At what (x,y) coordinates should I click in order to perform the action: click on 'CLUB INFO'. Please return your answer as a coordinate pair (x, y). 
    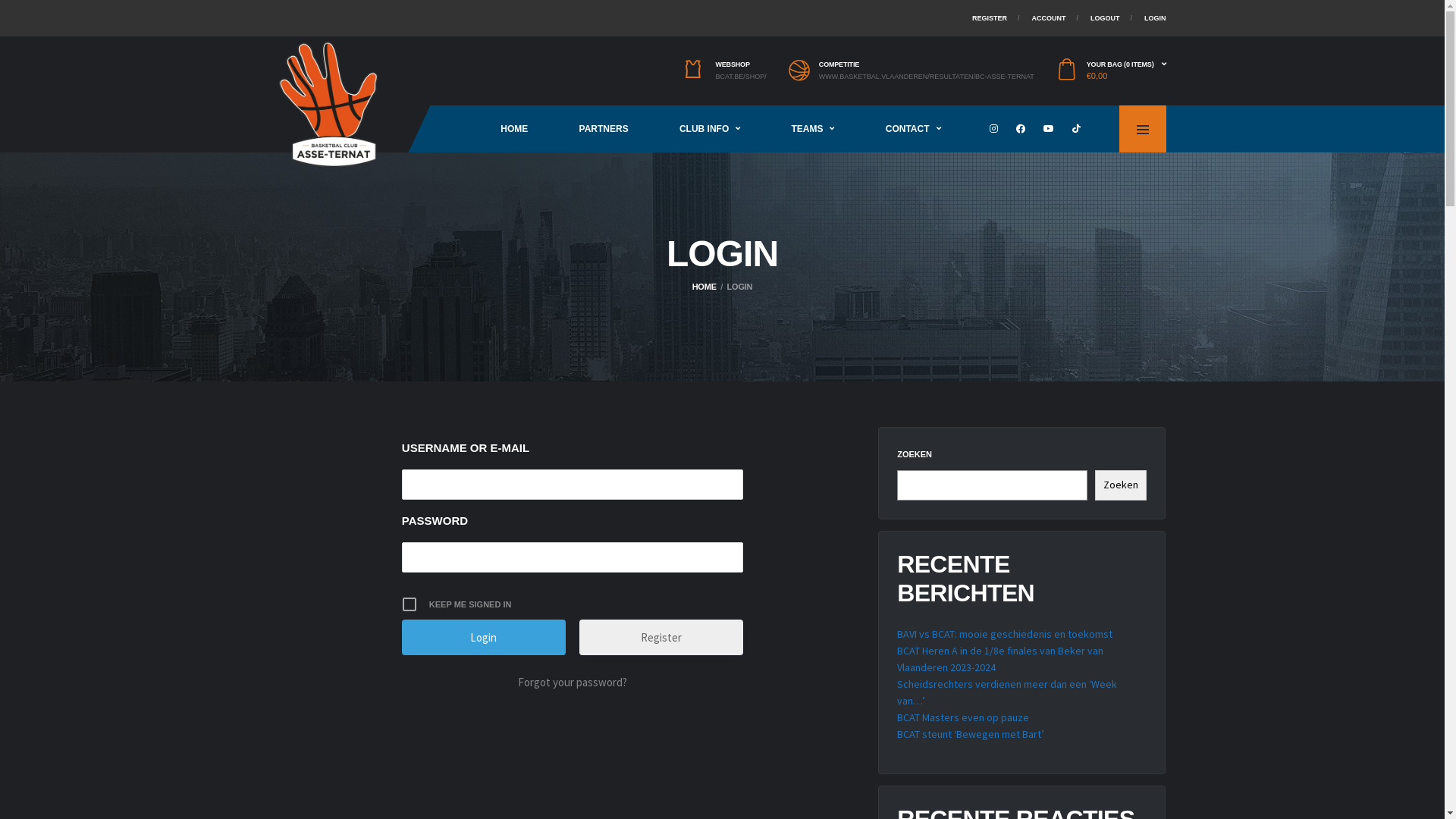
    Looking at the image, I should click on (654, 127).